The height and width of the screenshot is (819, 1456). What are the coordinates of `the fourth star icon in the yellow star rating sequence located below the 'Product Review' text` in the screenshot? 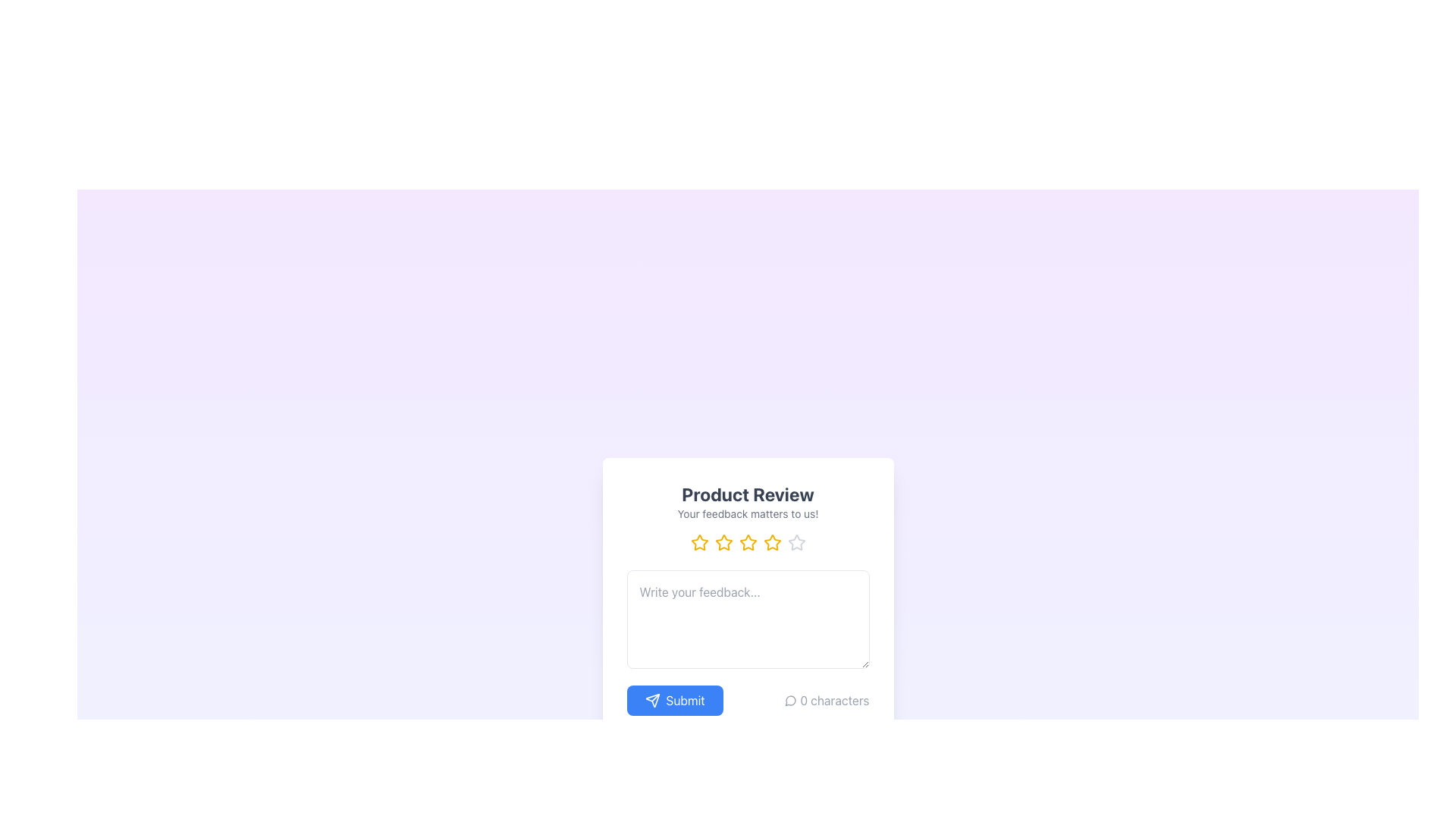 It's located at (772, 542).